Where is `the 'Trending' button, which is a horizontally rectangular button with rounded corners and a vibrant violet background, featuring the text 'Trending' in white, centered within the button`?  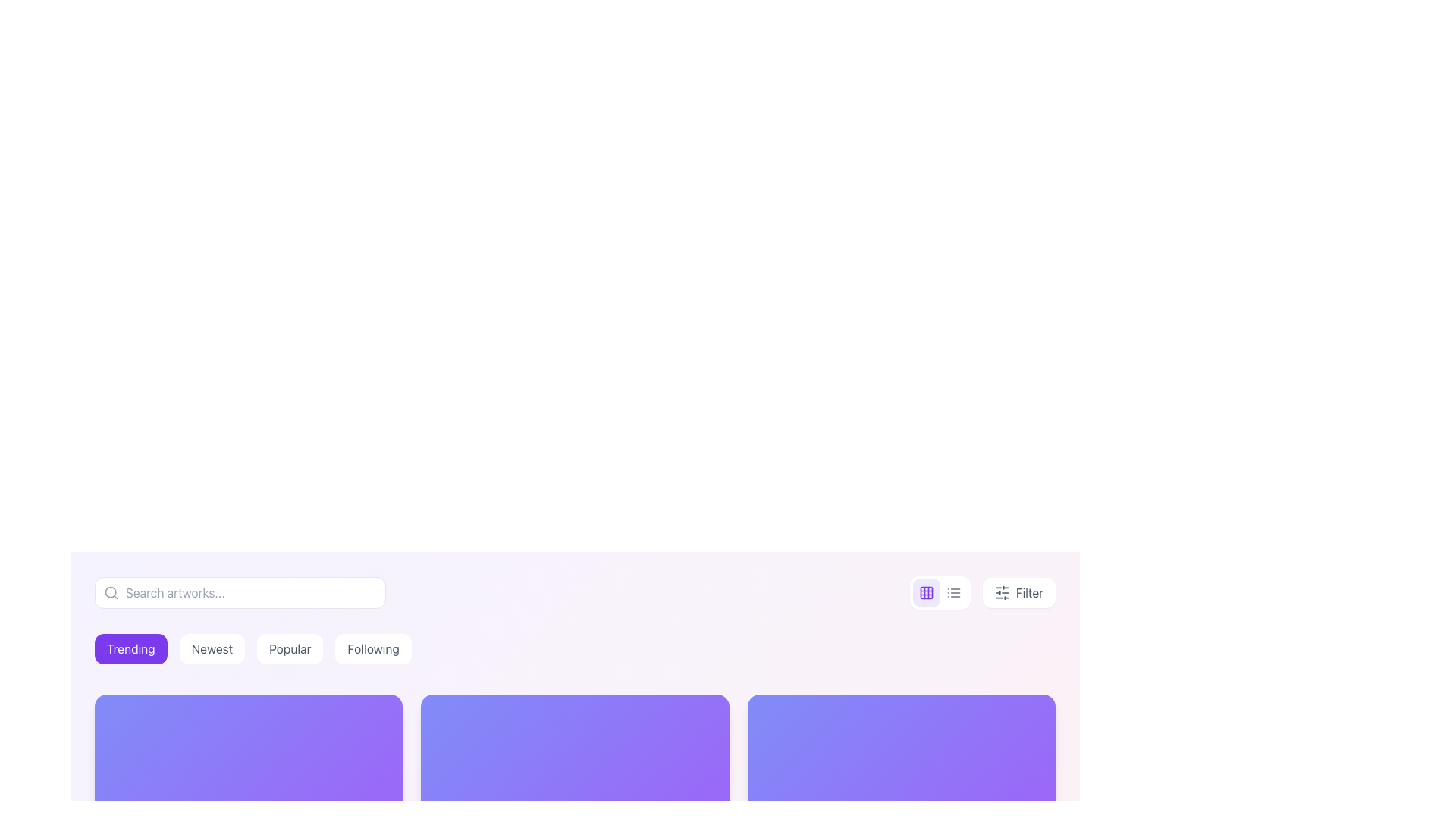 the 'Trending' button, which is a horizontally rectangular button with rounded corners and a vibrant violet background, featuring the text 'Trending' in white, centered within the button is located at coordinates (130, 648).